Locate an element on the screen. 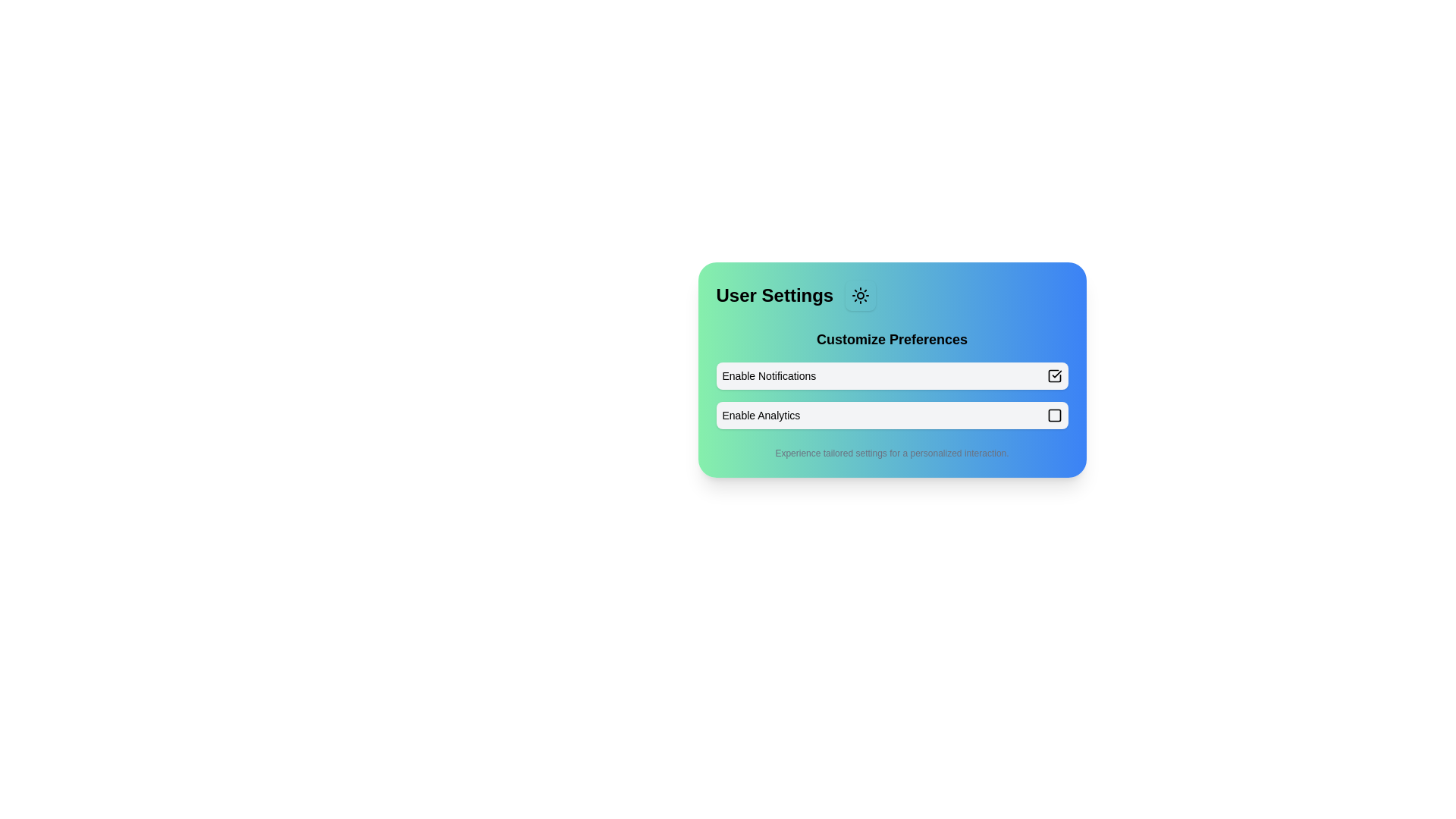  the checkbox for 'Enable Notifications' in the 'Customize Preferences' section is located at coordinates (1053, 375).